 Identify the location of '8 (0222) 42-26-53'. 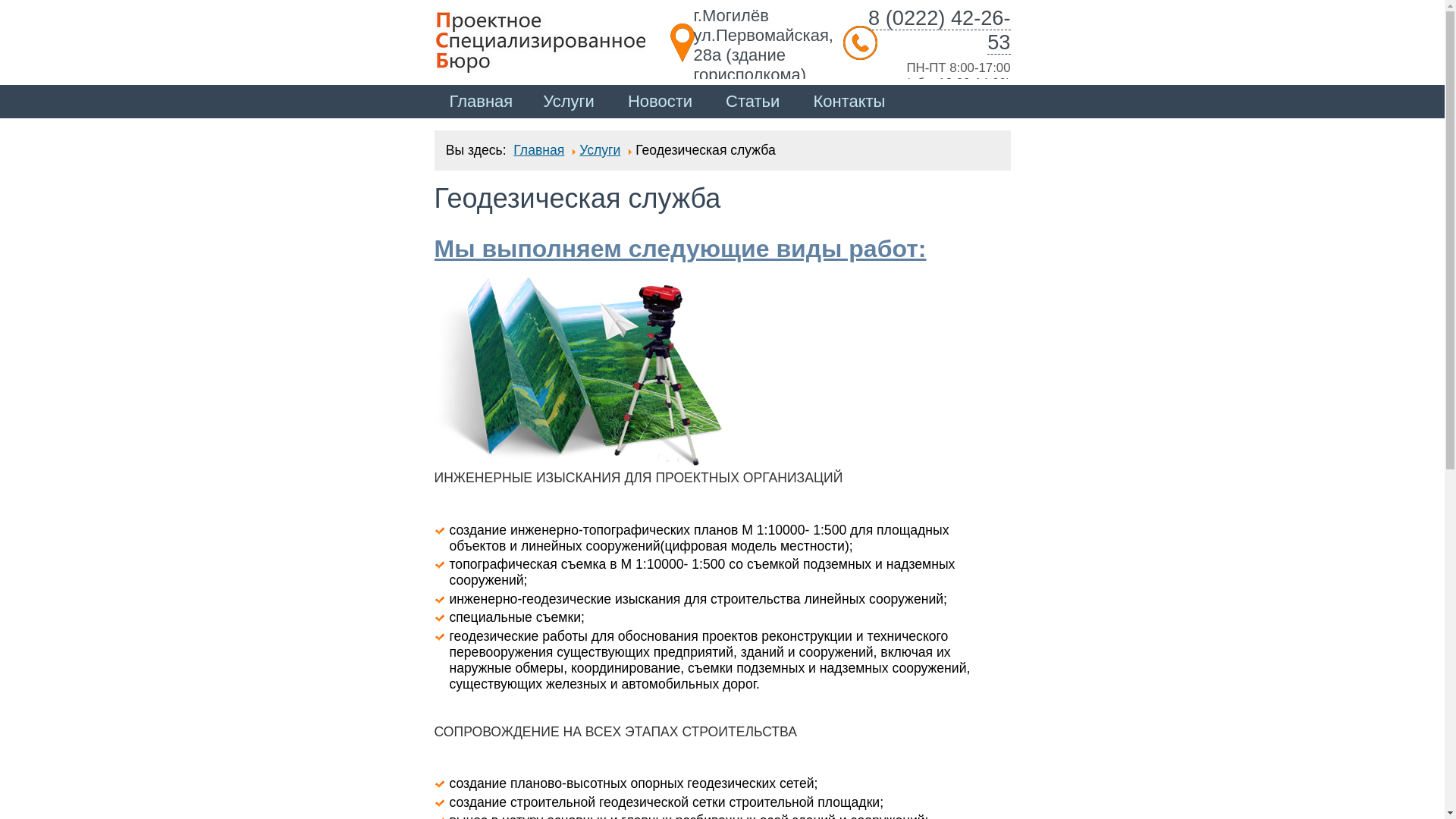
(937, 30).